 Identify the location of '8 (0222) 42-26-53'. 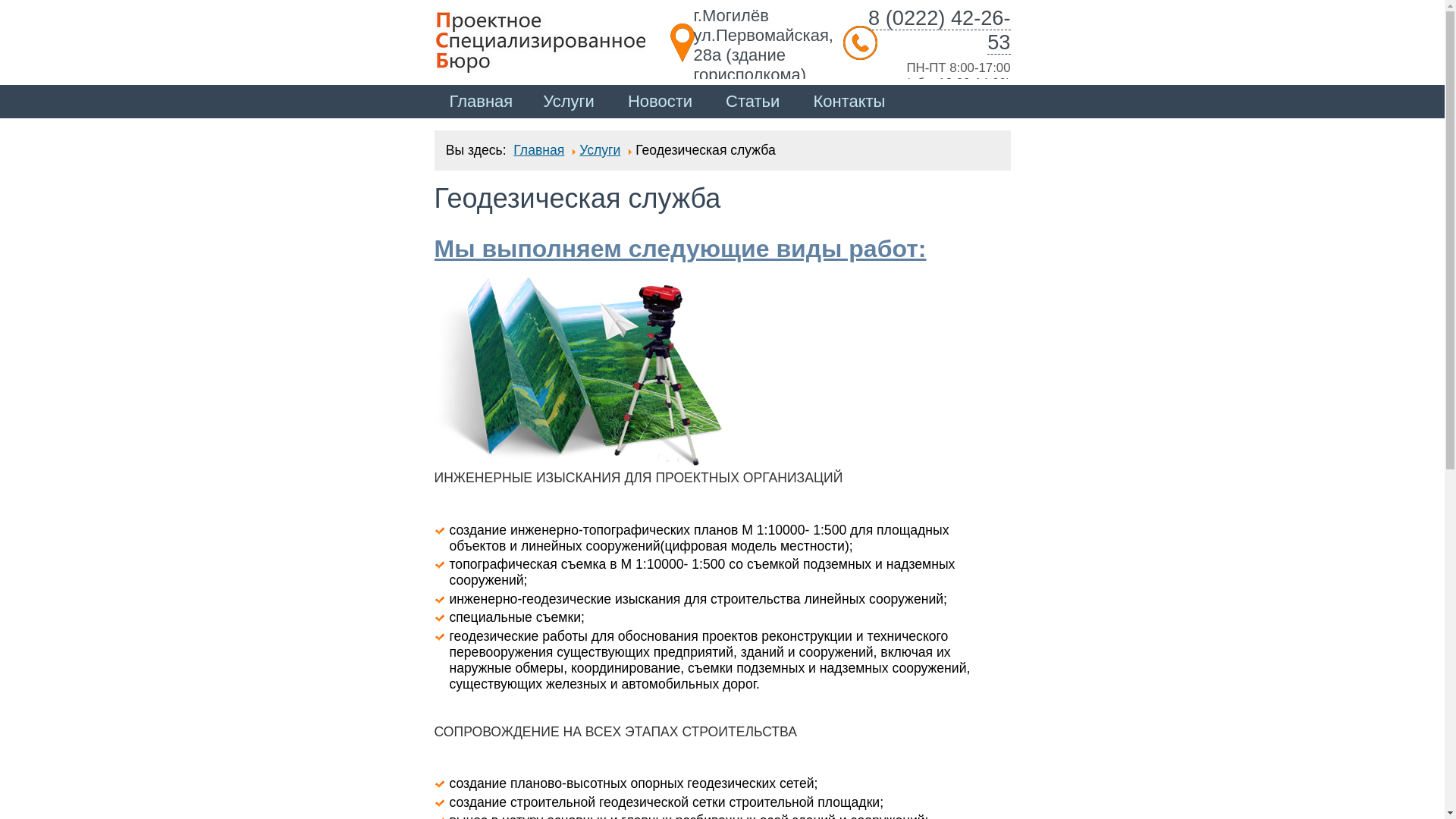
(937, 30).